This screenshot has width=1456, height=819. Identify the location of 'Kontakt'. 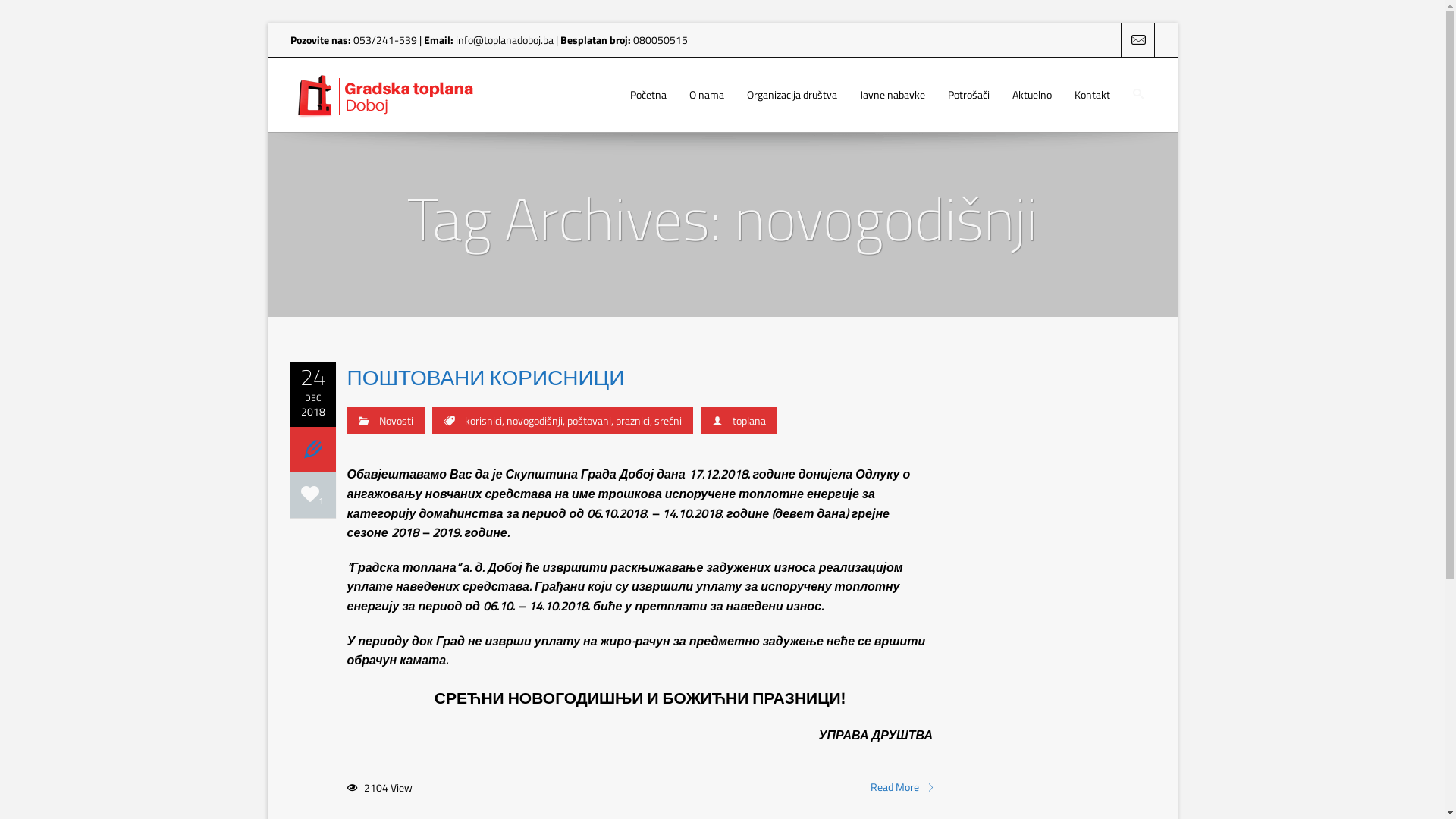
(1092, 94).